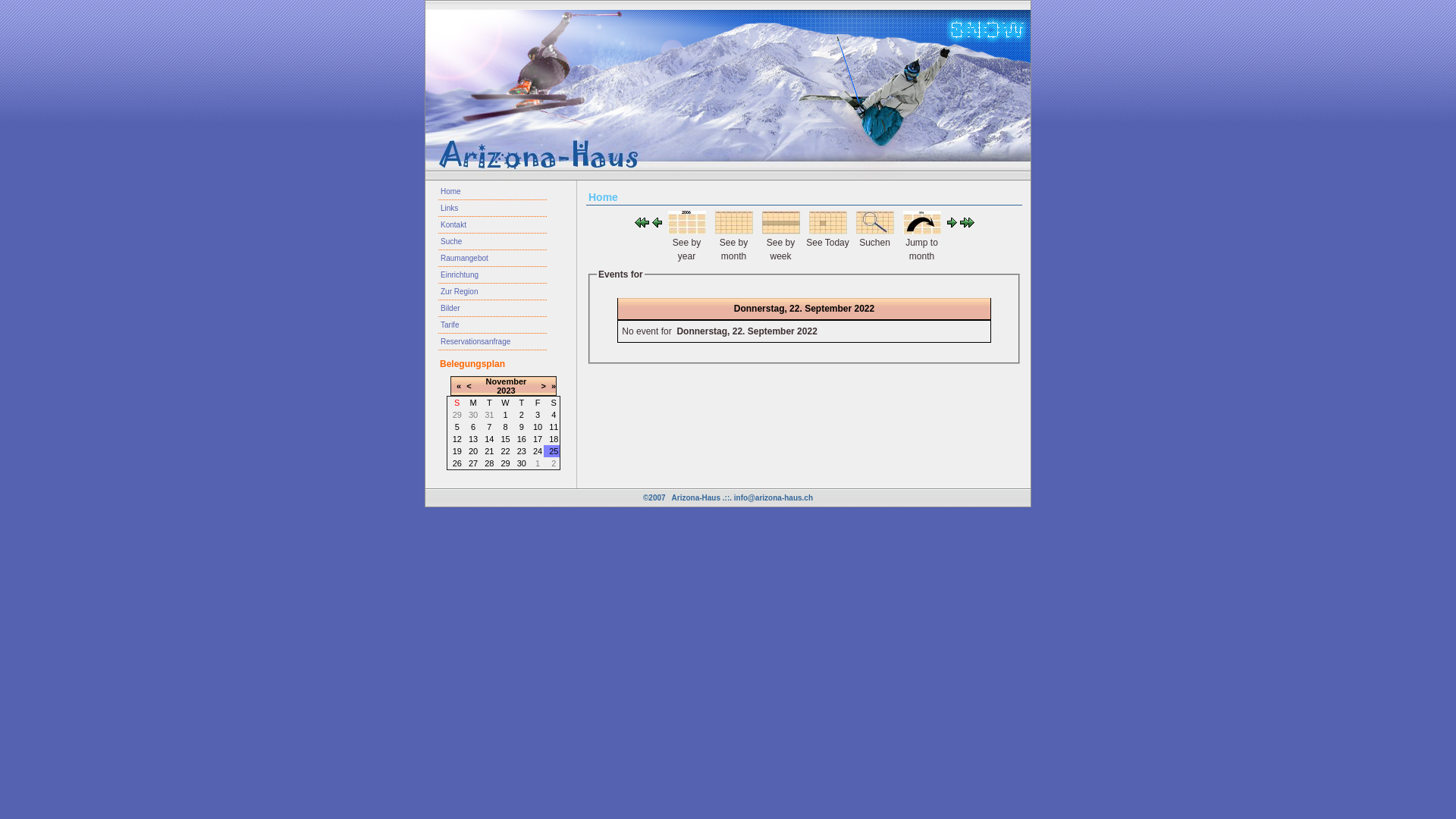 The width and height of the screenshot is (1456, 819). Describe the element at coordinates (773, 497) in the screenshot. I see `'info@arizona-haus.ch'` at that location.